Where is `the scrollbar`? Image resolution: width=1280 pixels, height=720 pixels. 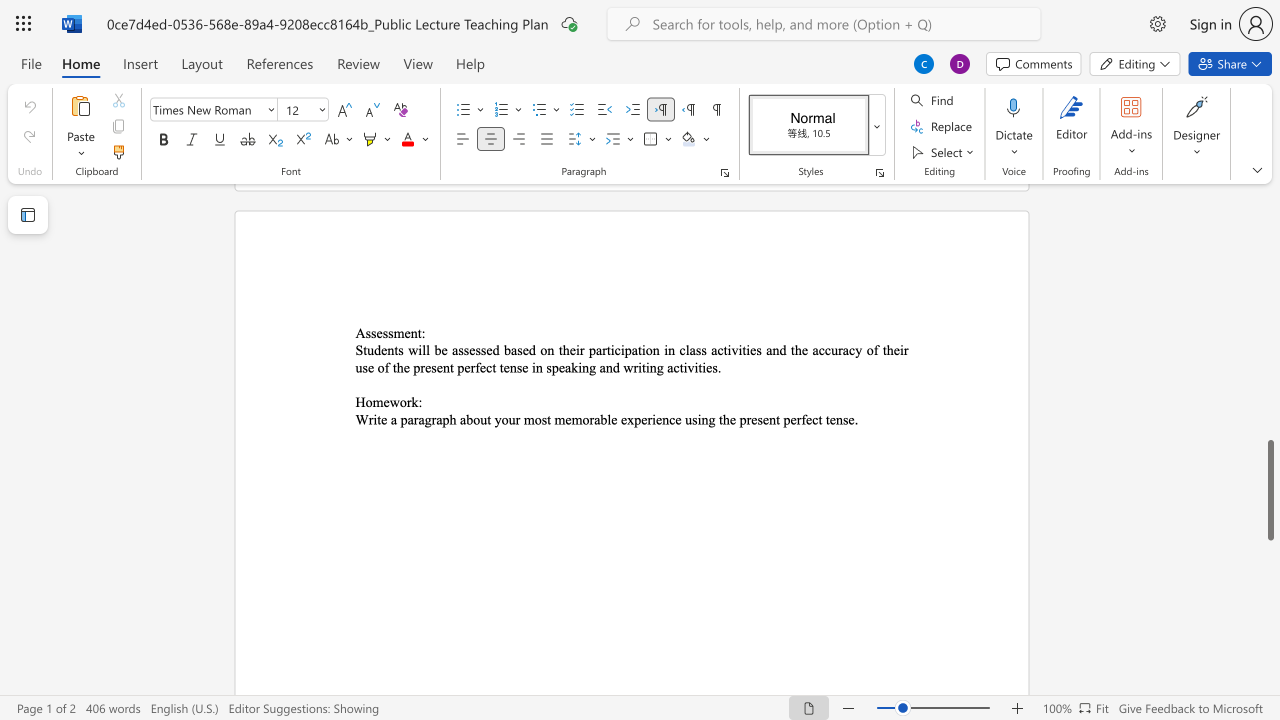
the scrollbar is located at coordinates (1269, 318).